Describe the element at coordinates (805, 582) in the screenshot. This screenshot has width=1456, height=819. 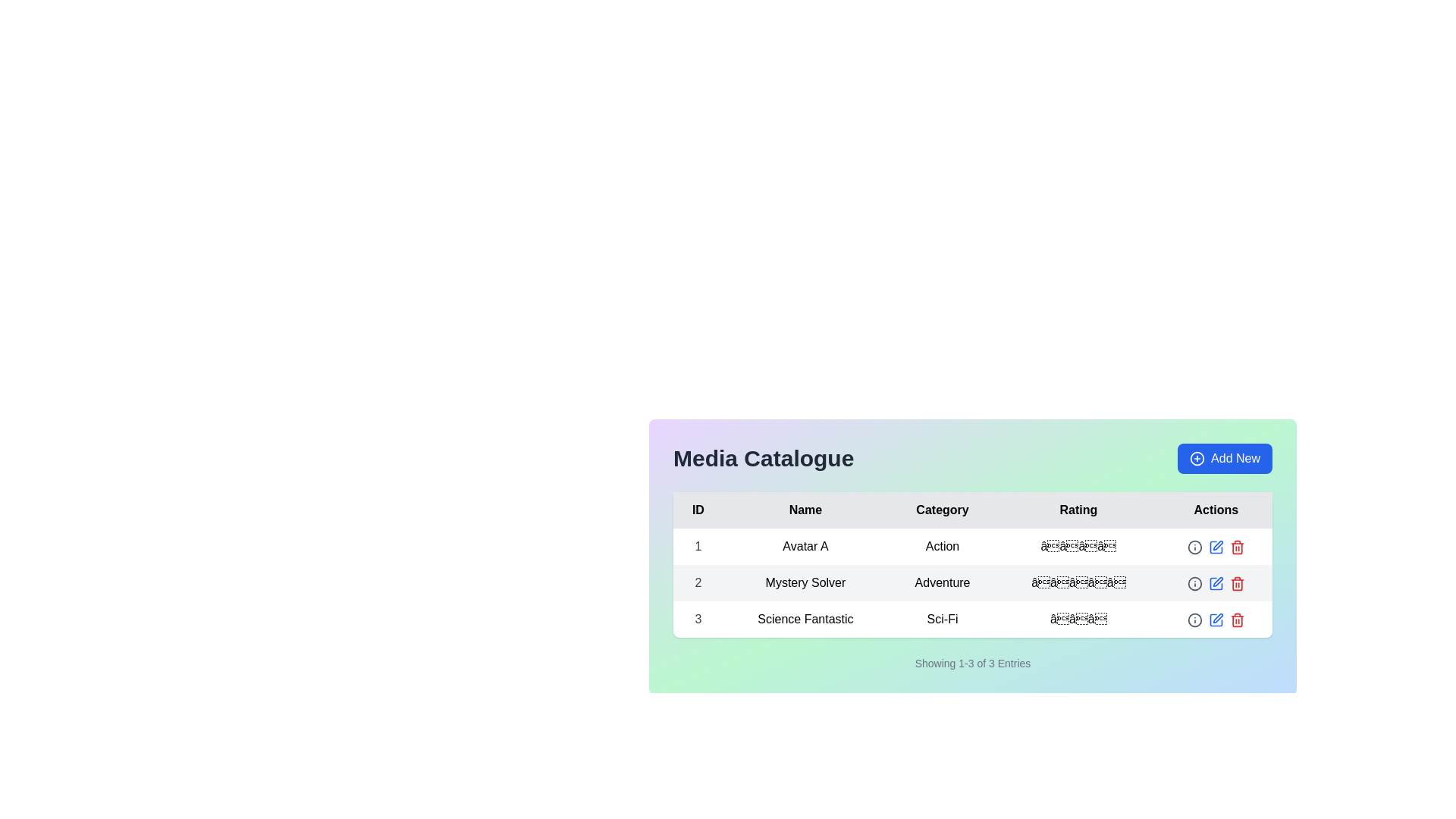
I see `on the table cell displaying the text 'Mystery Solver' in the second row under the 'Name' column` at that location.